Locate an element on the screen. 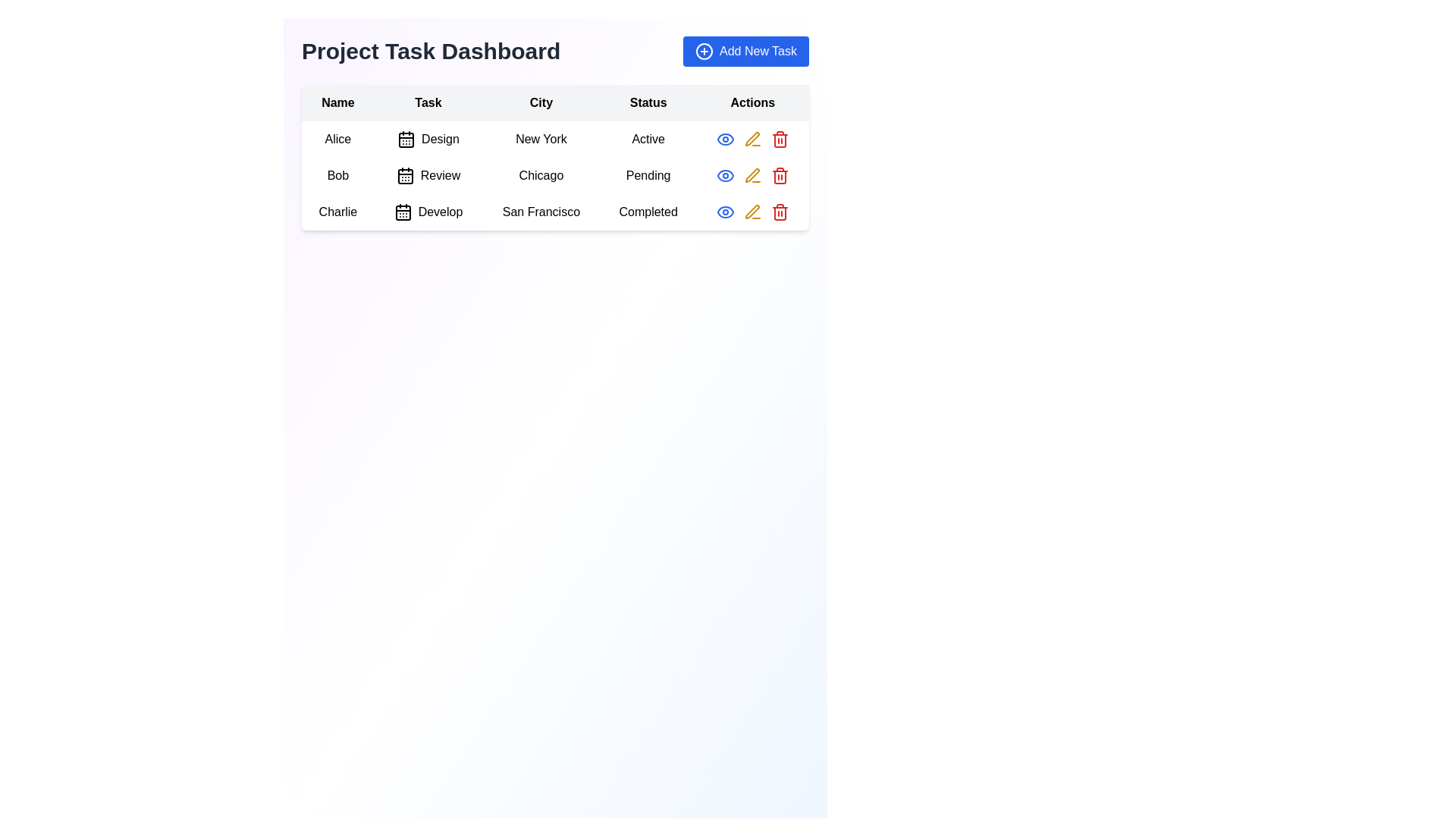 The height and width of the screenshot is (819, 1456). the calendar icon located in the 'Task' column of the second row, which is represented by a minimalist design with a box outline and grid of dots is located at coordinates (405, 174).